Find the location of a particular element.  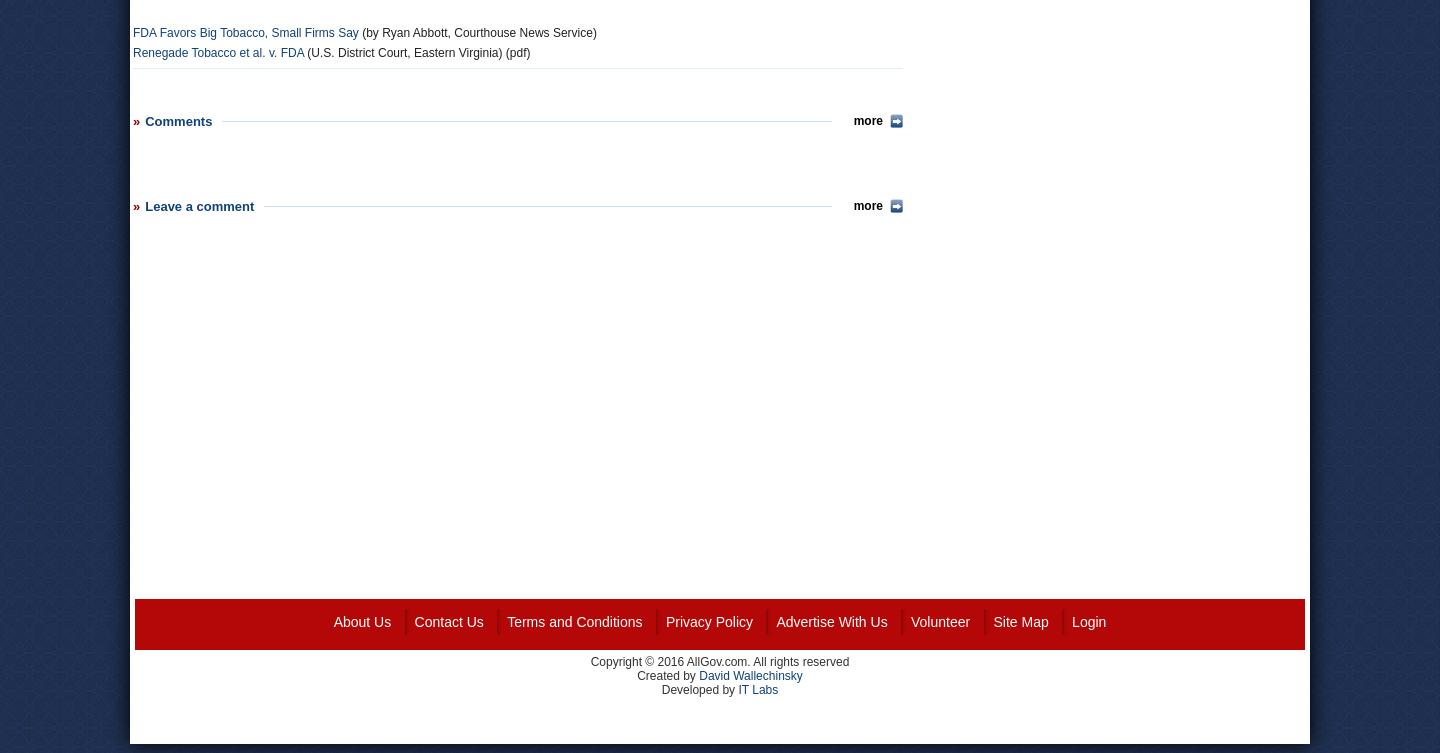

'IT Labs' is located at coordinates (757, 688).